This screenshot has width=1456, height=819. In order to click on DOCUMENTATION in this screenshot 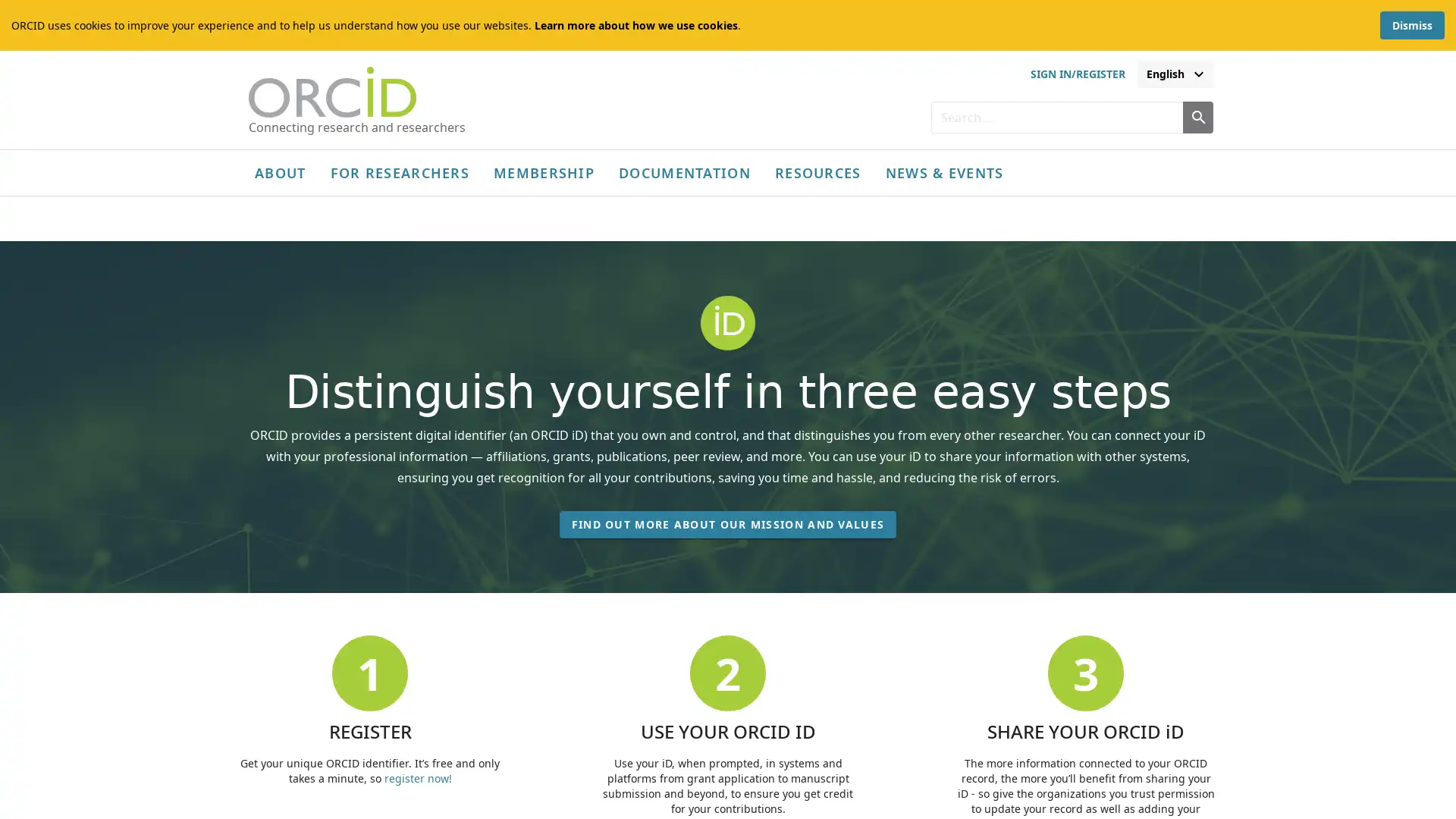, I will do `click(683, 171)`.